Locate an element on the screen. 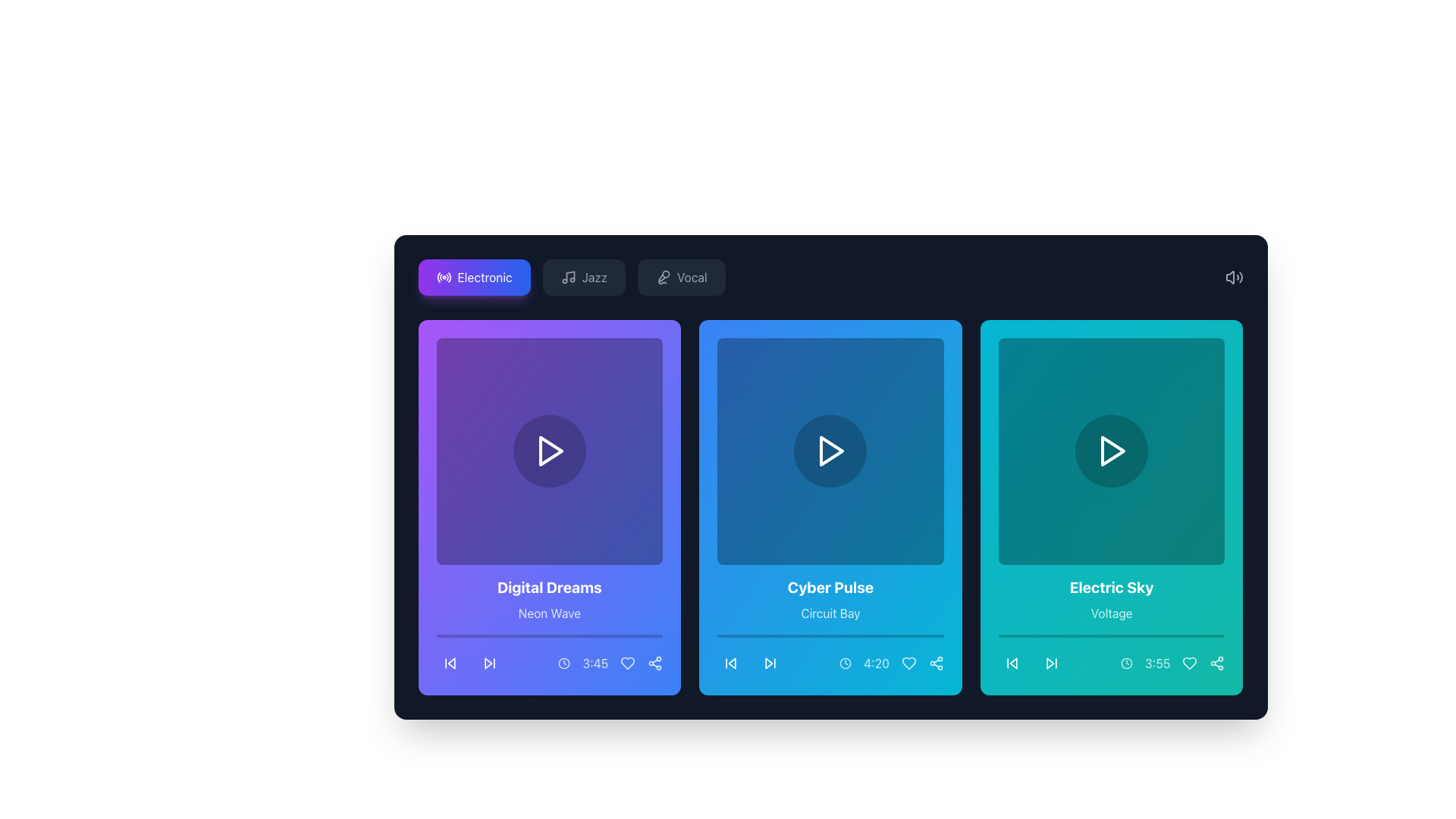  the circular play button with a semi-transparent dark background located in the central region of the 'Electric Sky' card is located at coordinates (1112, 450).